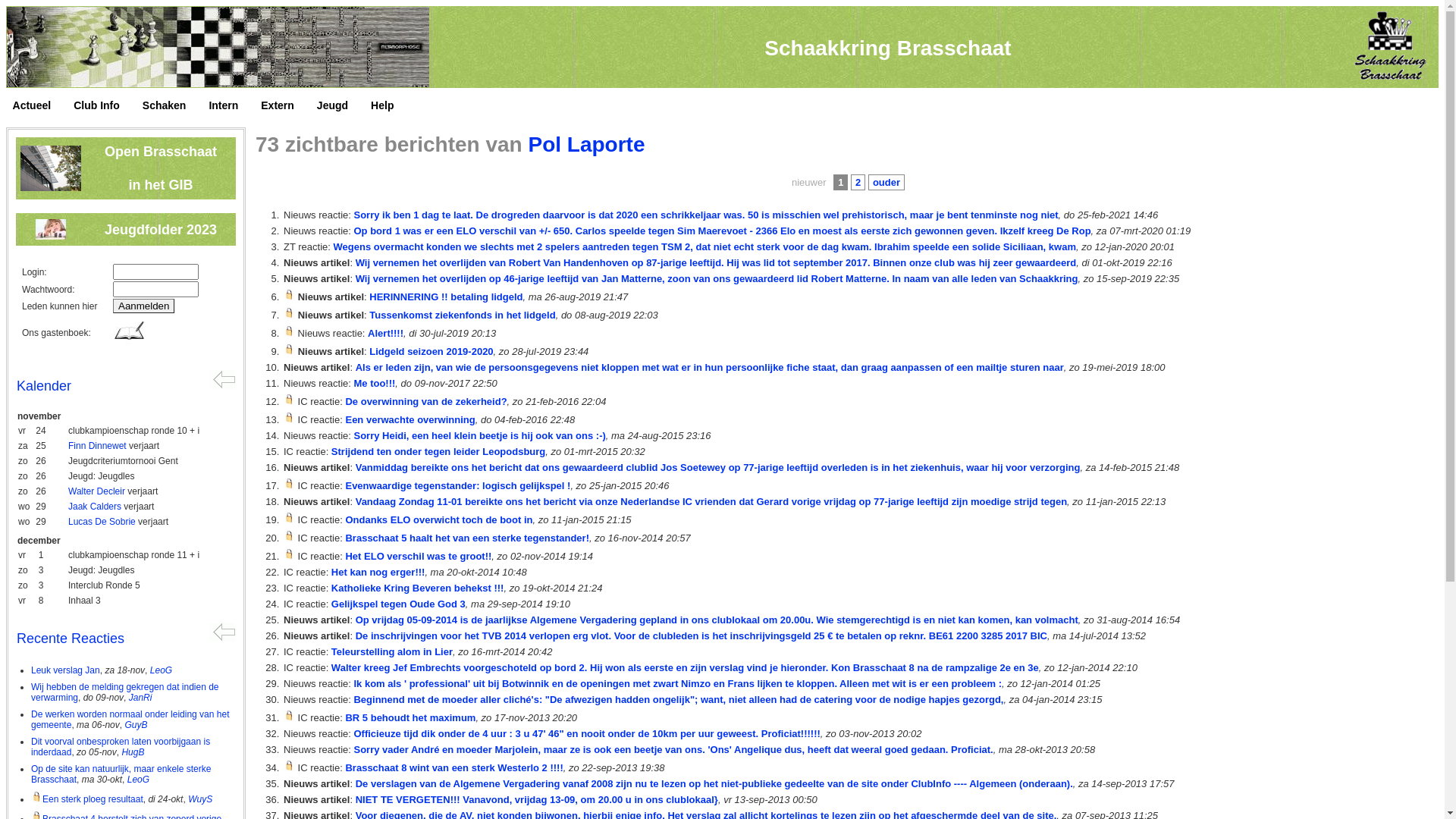  Describe the element at coordinates (352, 435) in the screenshot. I see `'Sorry Heidi, een heel klein beetje is hij ook van ons :-)'` at that location.